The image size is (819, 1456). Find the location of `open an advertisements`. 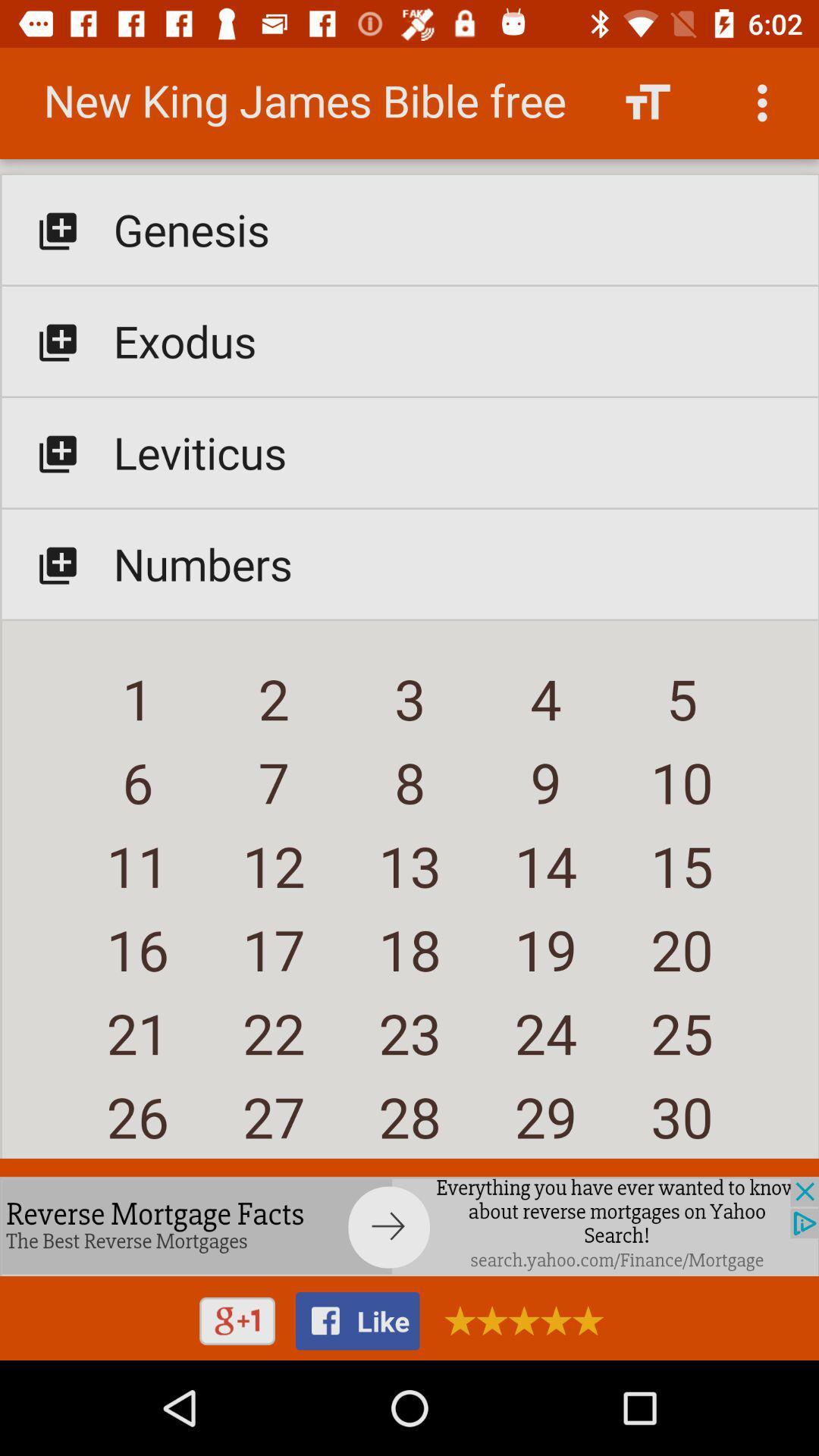

open an advertisements is located at coordinates (518, 1319).